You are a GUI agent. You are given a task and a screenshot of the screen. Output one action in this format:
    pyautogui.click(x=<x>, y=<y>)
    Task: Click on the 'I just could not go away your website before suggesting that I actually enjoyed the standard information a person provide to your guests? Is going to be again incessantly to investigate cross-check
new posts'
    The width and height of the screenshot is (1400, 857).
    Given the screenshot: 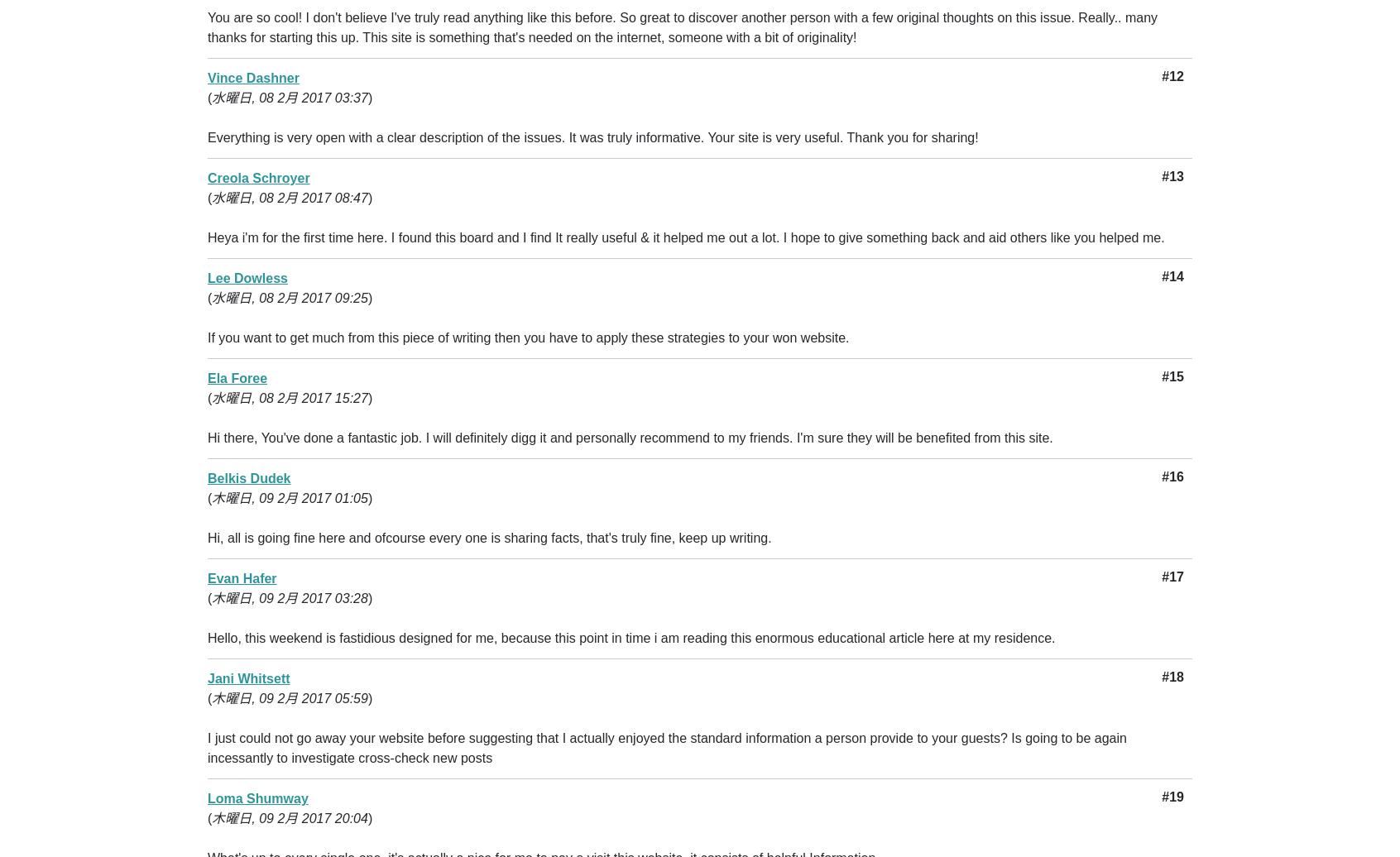 What is the action you would take?
    pyautogui.click(x=667, y=748)
    